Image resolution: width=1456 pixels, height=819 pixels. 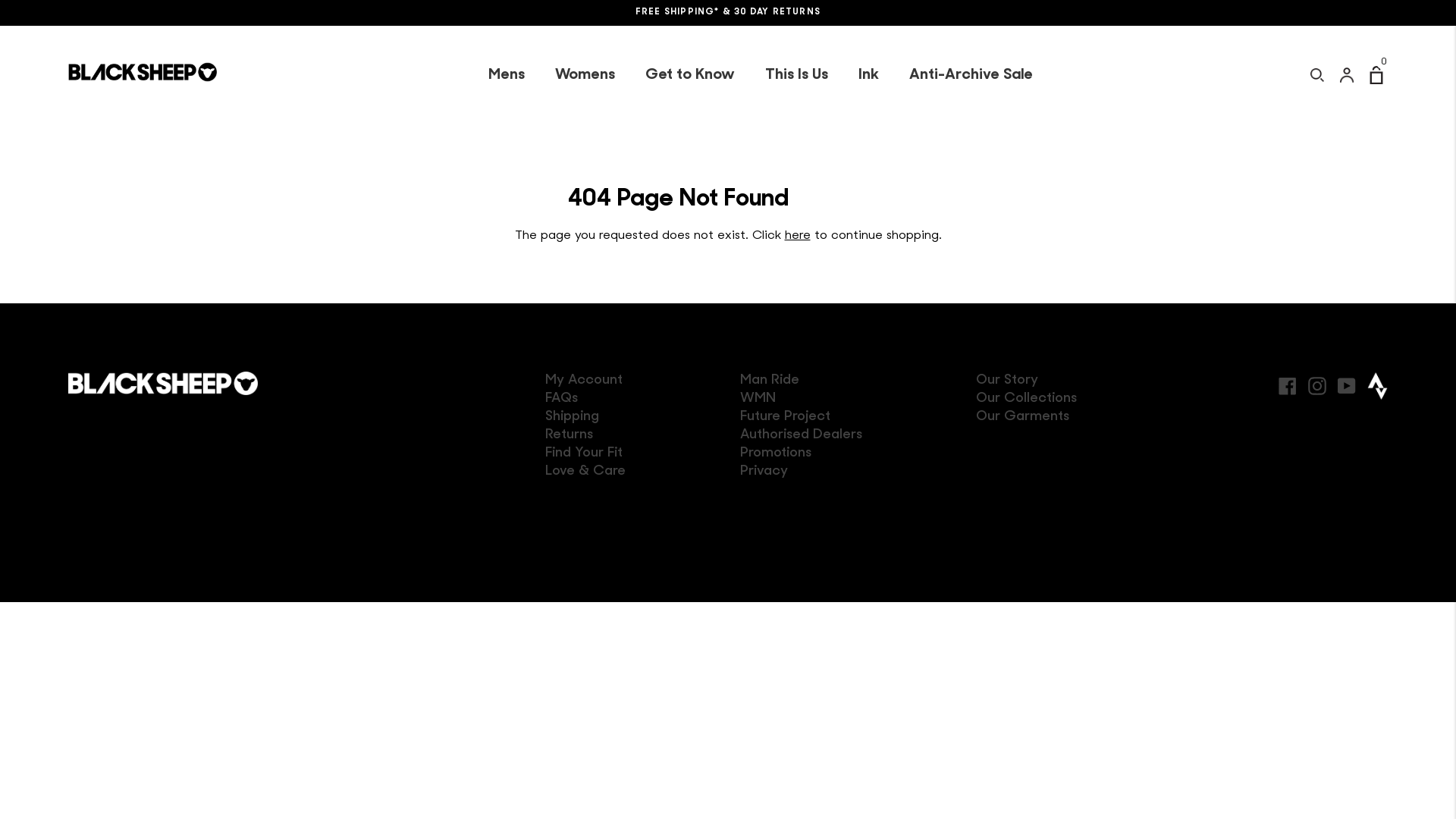 What do you see at coordinates (758, 397) in the screenshot?
I see `'WMN'` at bounding box center [758, 397].